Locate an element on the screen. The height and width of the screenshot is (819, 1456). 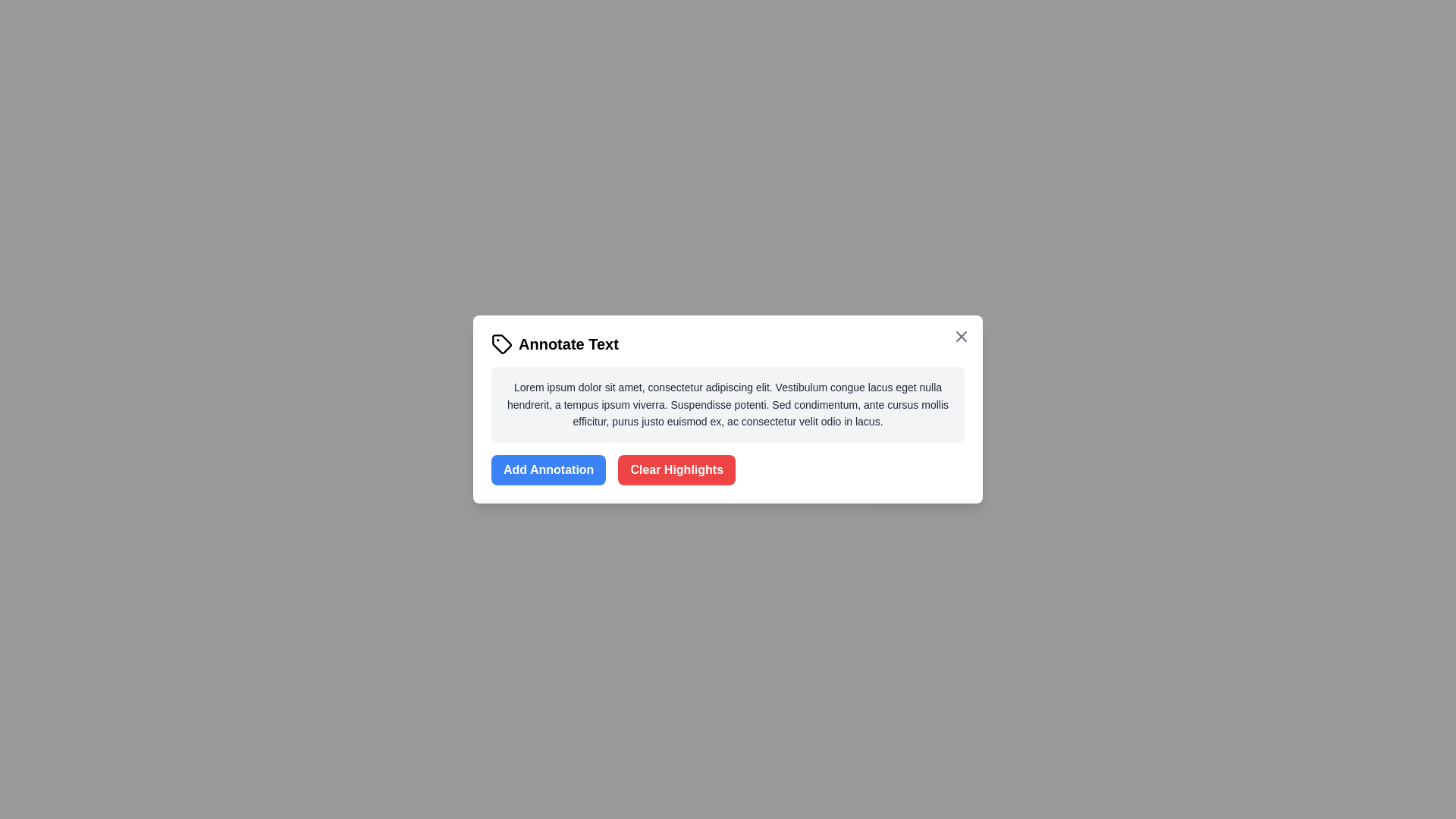
the 'Add Annotation' button is located at coordinates (548, 469).